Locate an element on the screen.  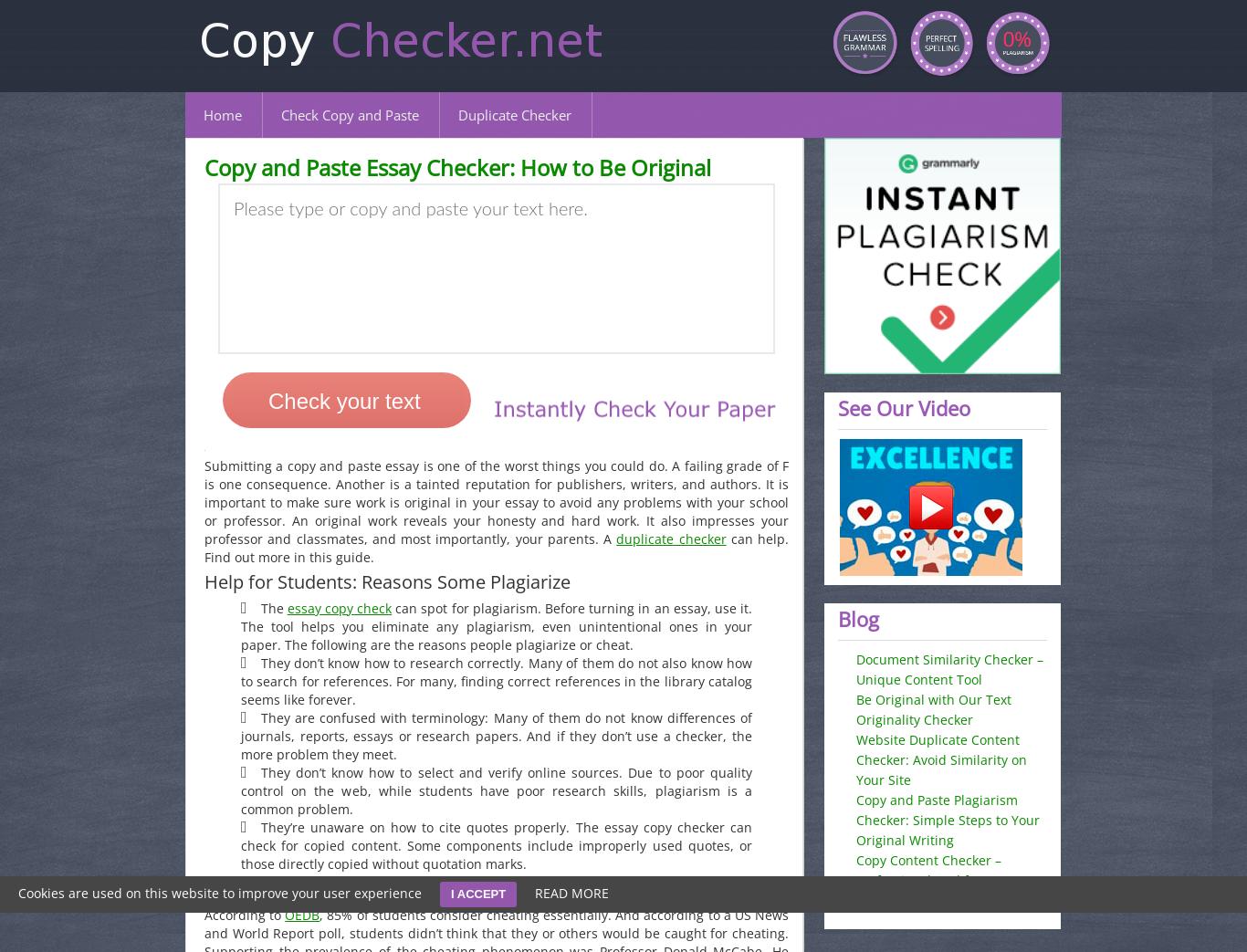
'I ACCEPT' is located at coordinates (477, 894).